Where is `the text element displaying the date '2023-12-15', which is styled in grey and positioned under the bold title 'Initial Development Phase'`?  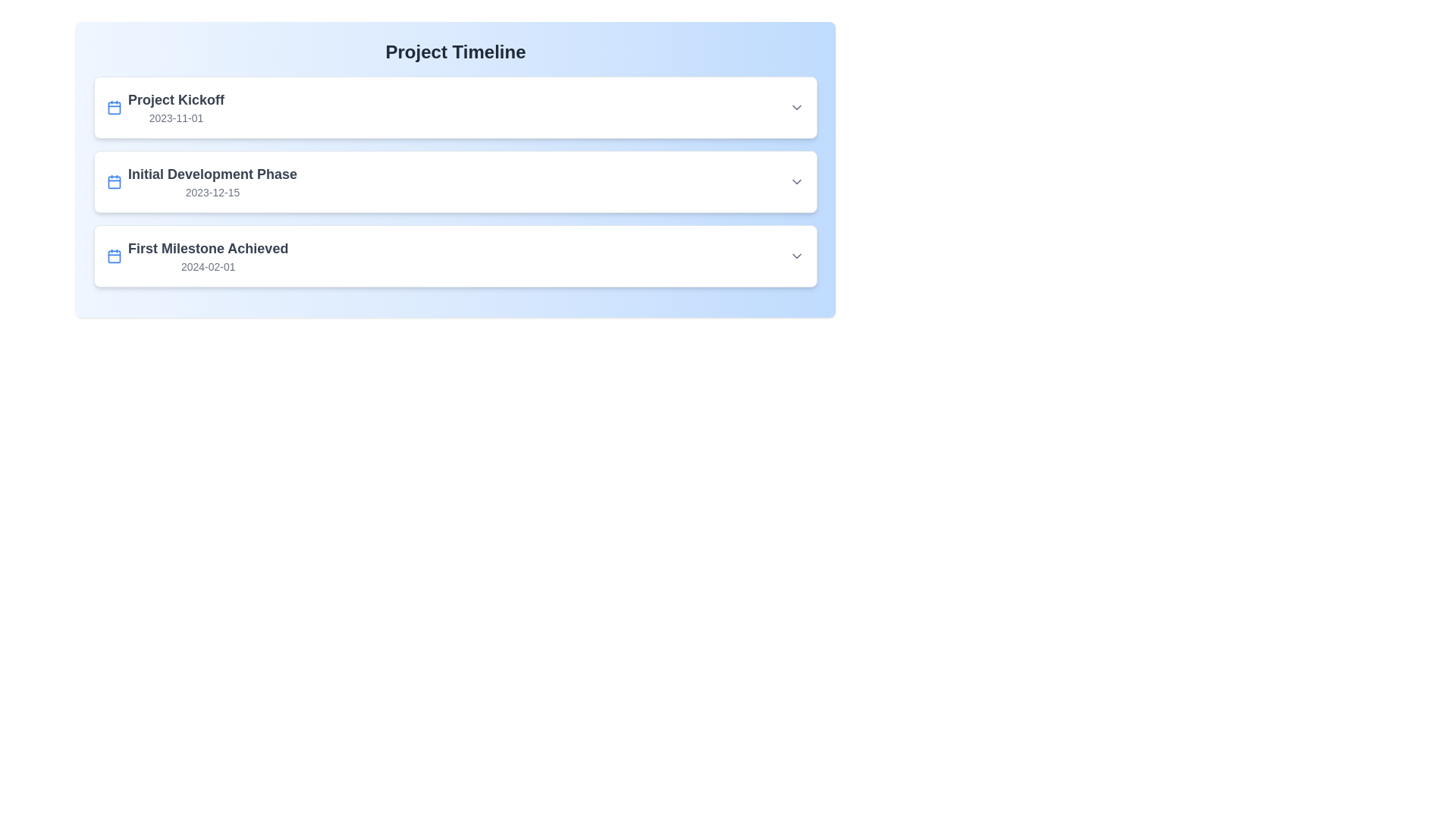
the text element displaying the date '2023-12-15', which is styled in grey and positioned under the bold title 'Initial Development Phase' is located at coordinates (212, 192).